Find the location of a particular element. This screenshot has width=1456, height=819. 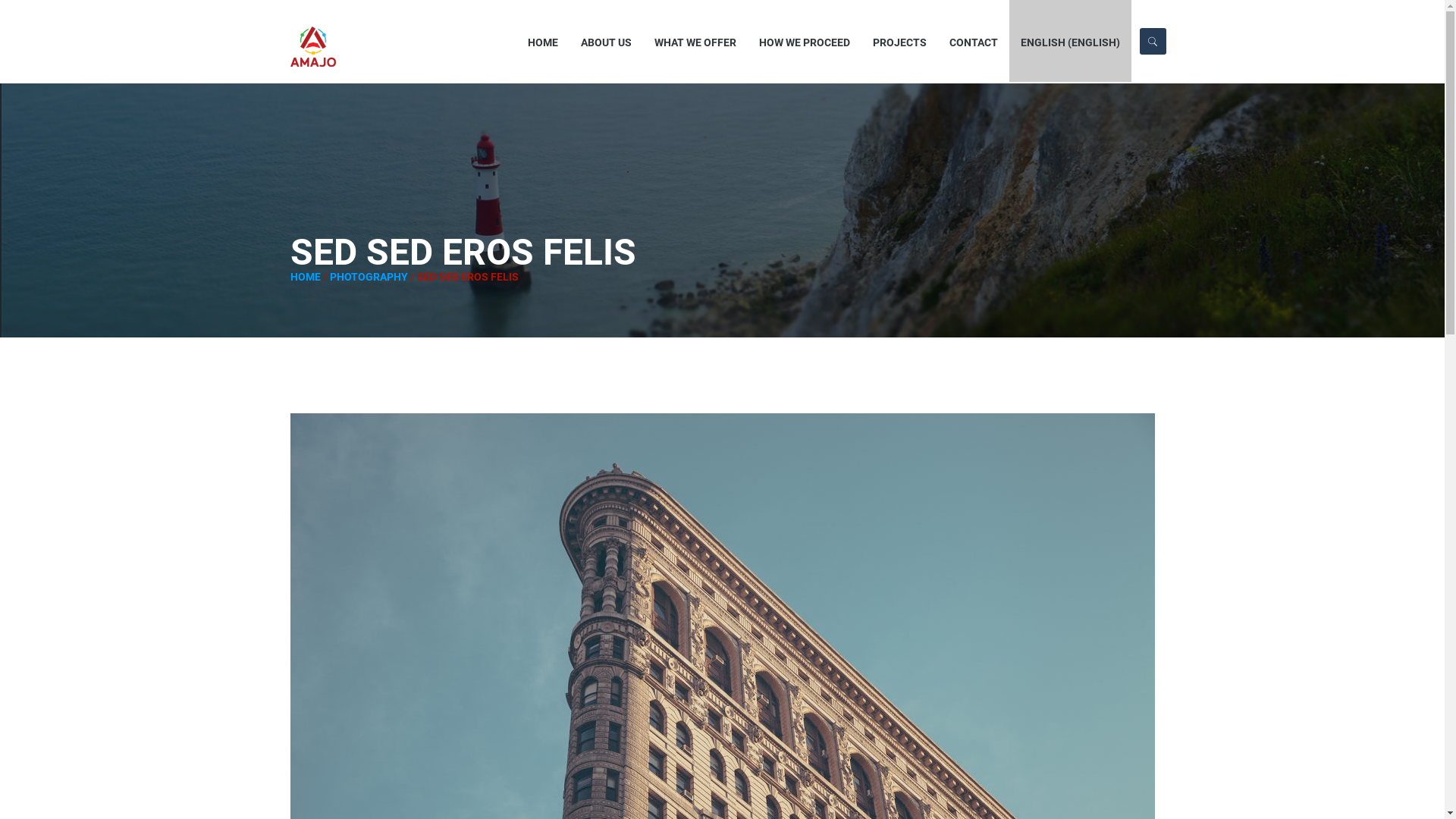

'ENGLISH (ENGLISH)' is located at coordinates (1009, 40).